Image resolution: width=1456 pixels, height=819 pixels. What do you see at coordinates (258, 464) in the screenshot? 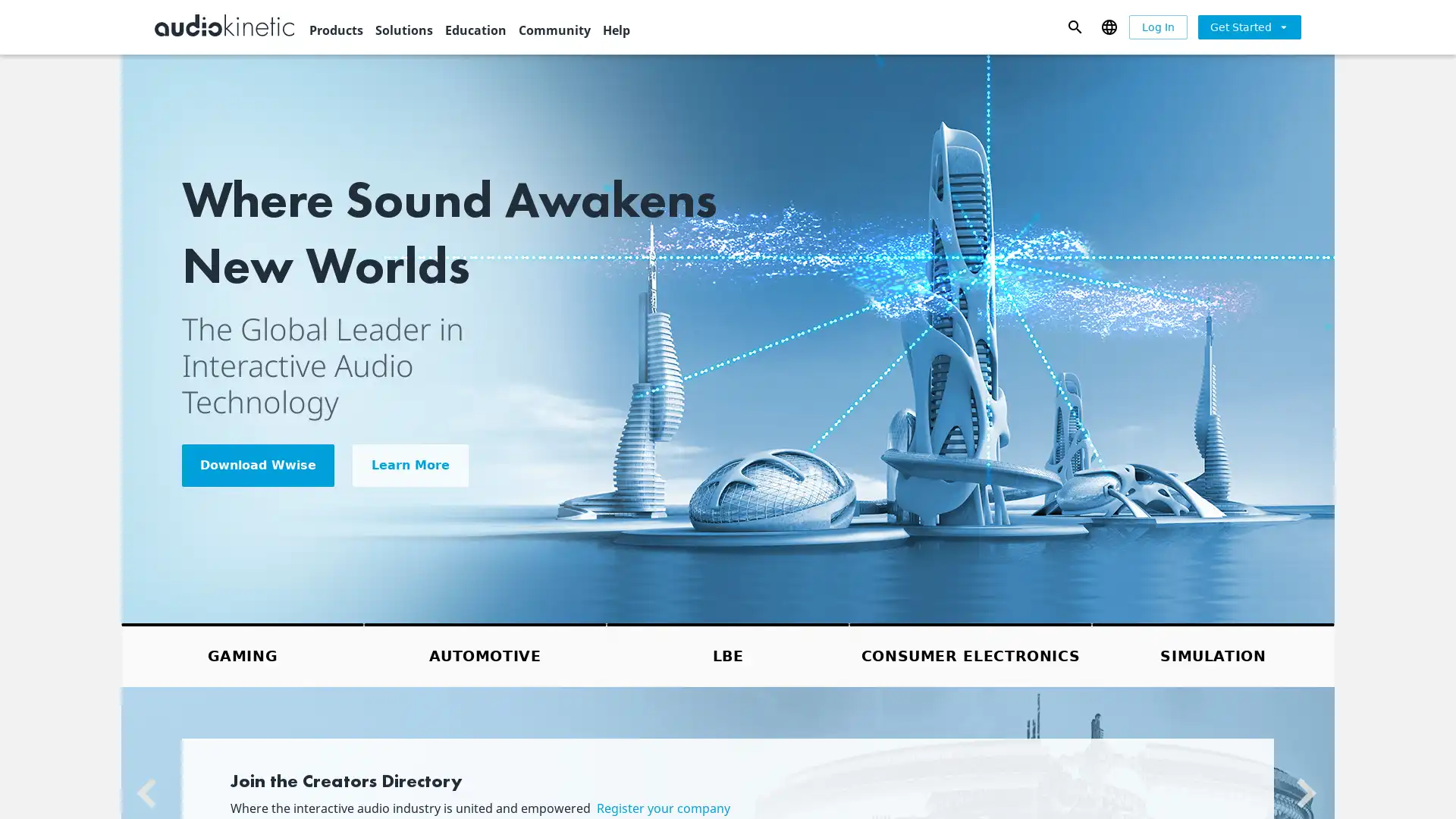
I see `Download Wwise` at bounding box center [258, 464].